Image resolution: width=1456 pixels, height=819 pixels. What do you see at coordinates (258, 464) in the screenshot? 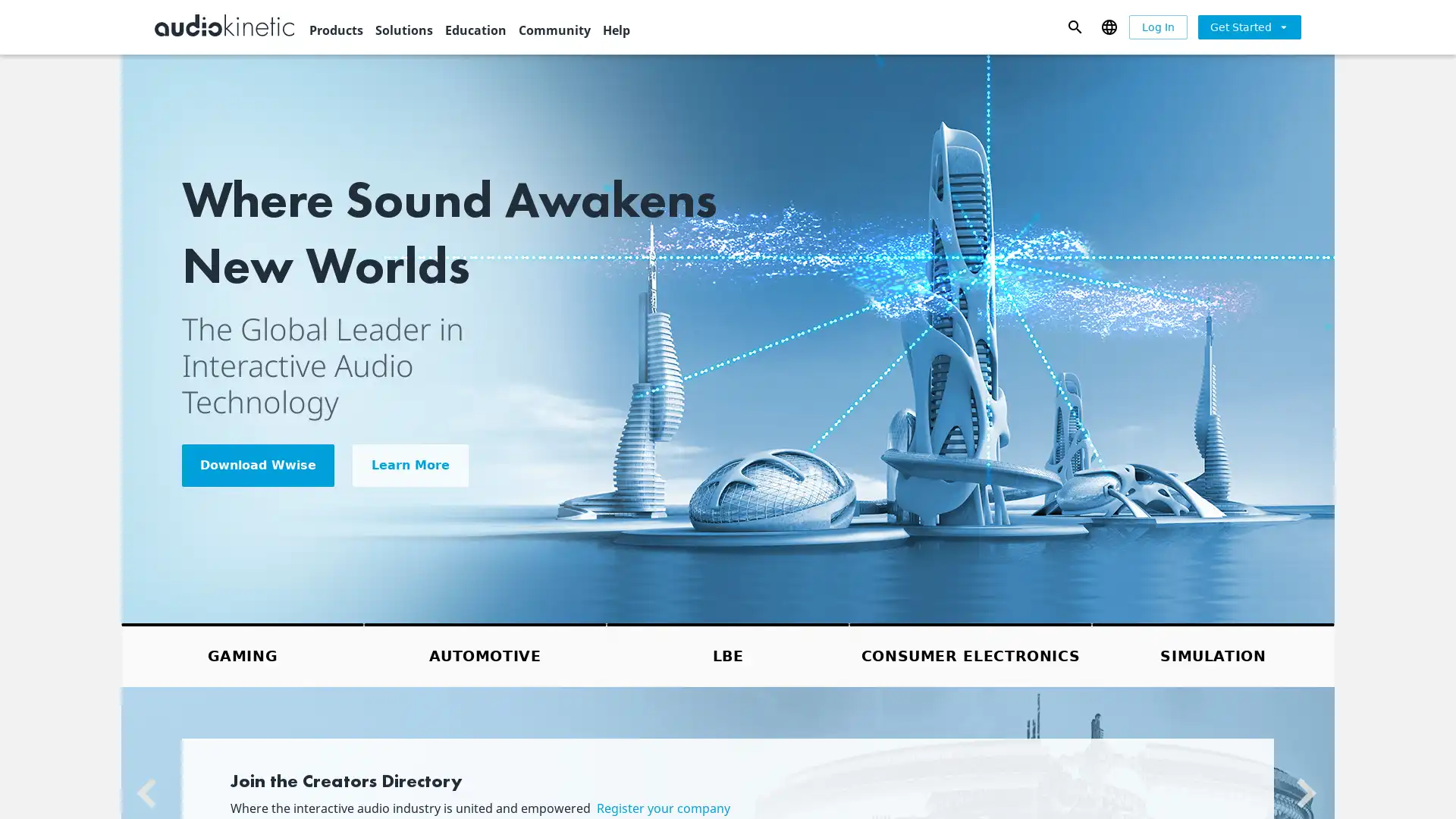
I see `Download Wwise` at bounding box center [258, 464].